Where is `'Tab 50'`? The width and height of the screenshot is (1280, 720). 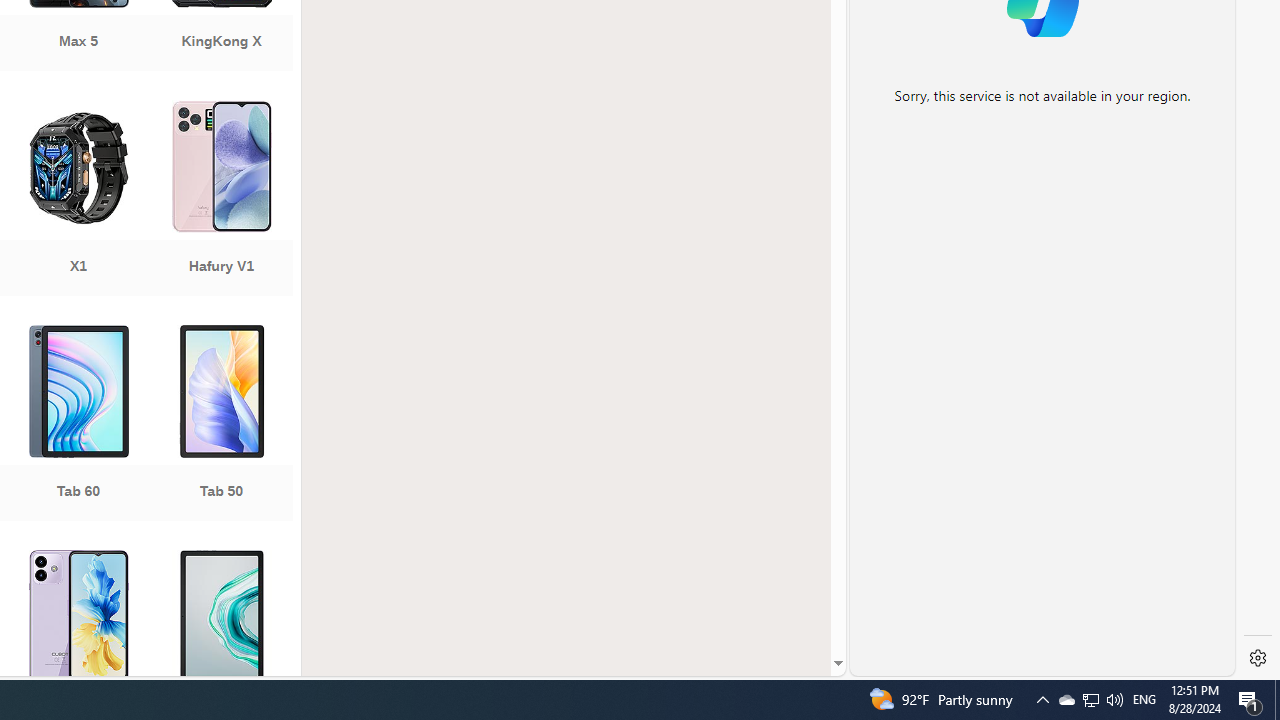 'Tab 50' is located at coordinates (221, 424).